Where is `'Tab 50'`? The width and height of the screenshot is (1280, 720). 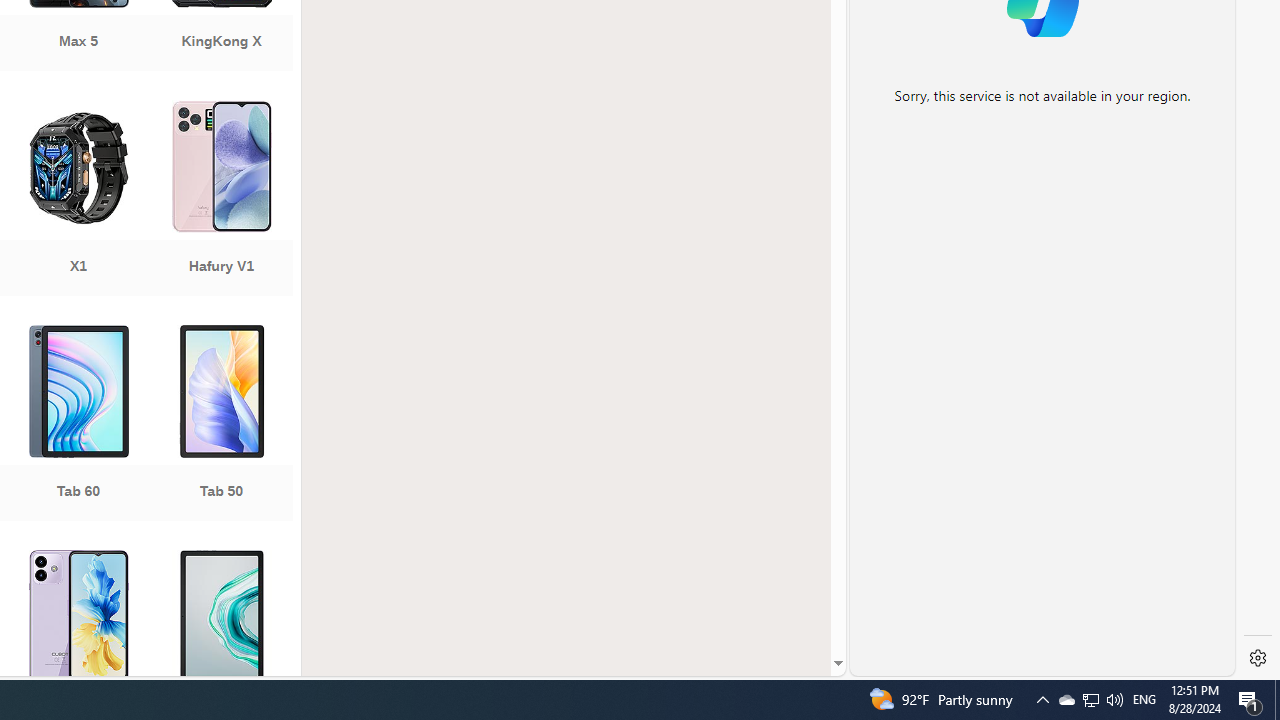 'Tab 50' is located at coordinates (221, 424).